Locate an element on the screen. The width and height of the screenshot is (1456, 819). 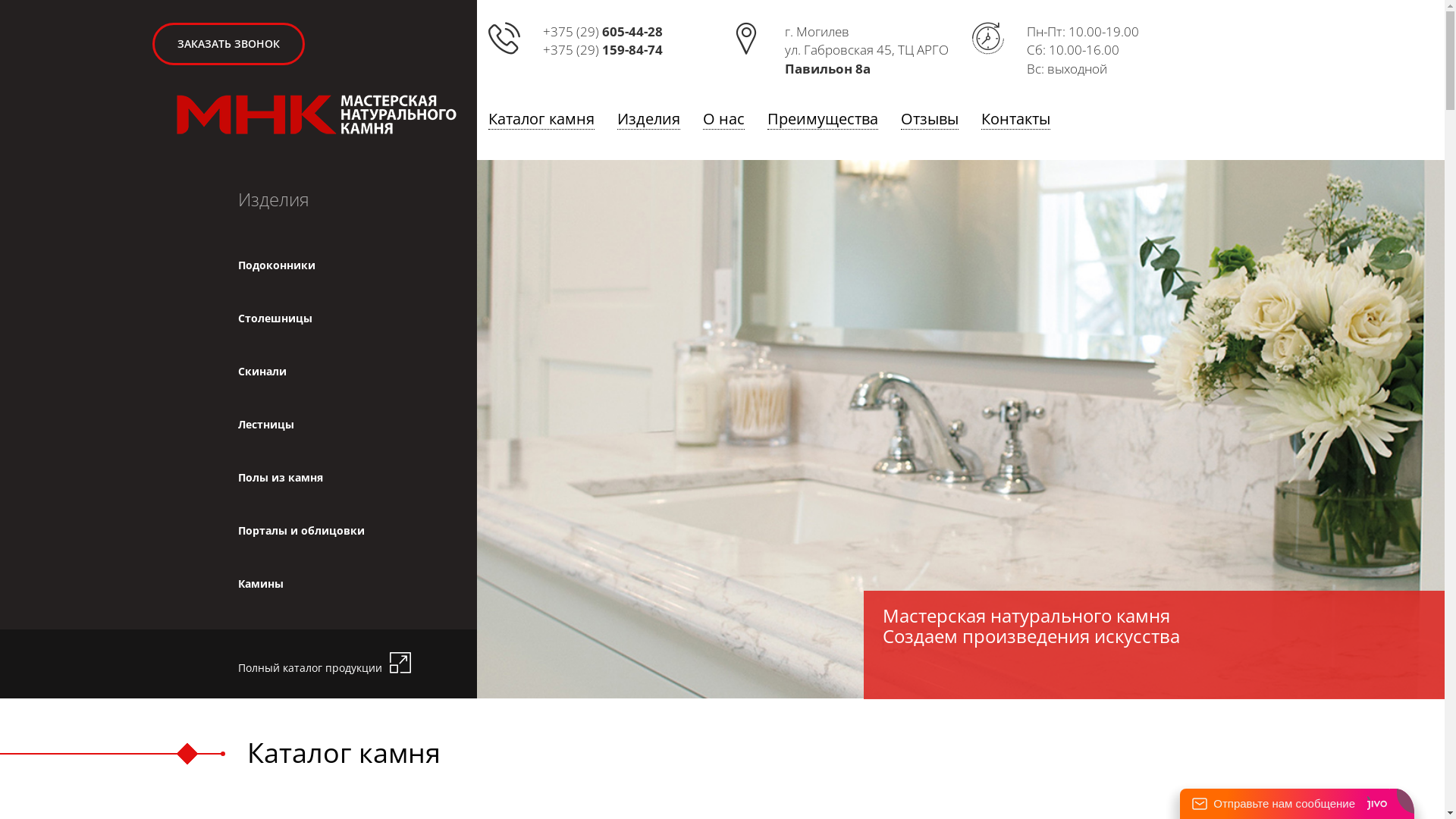
'+375 (29) 605-44-28' is located at coordinates (602, 31).